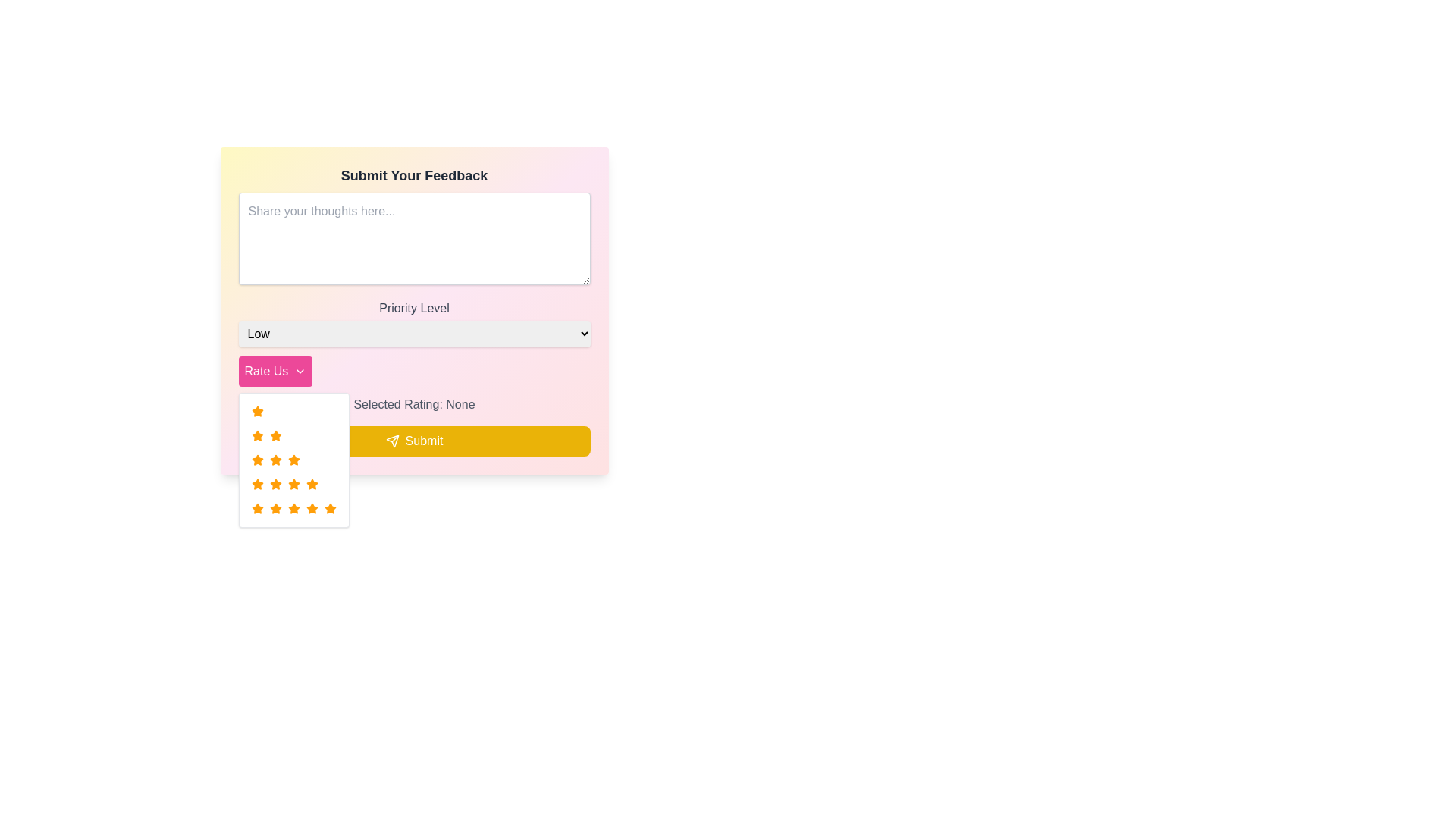 The height and width of the screenshot is (819, 1456). I want to click on the first star button, so click(257, 508).